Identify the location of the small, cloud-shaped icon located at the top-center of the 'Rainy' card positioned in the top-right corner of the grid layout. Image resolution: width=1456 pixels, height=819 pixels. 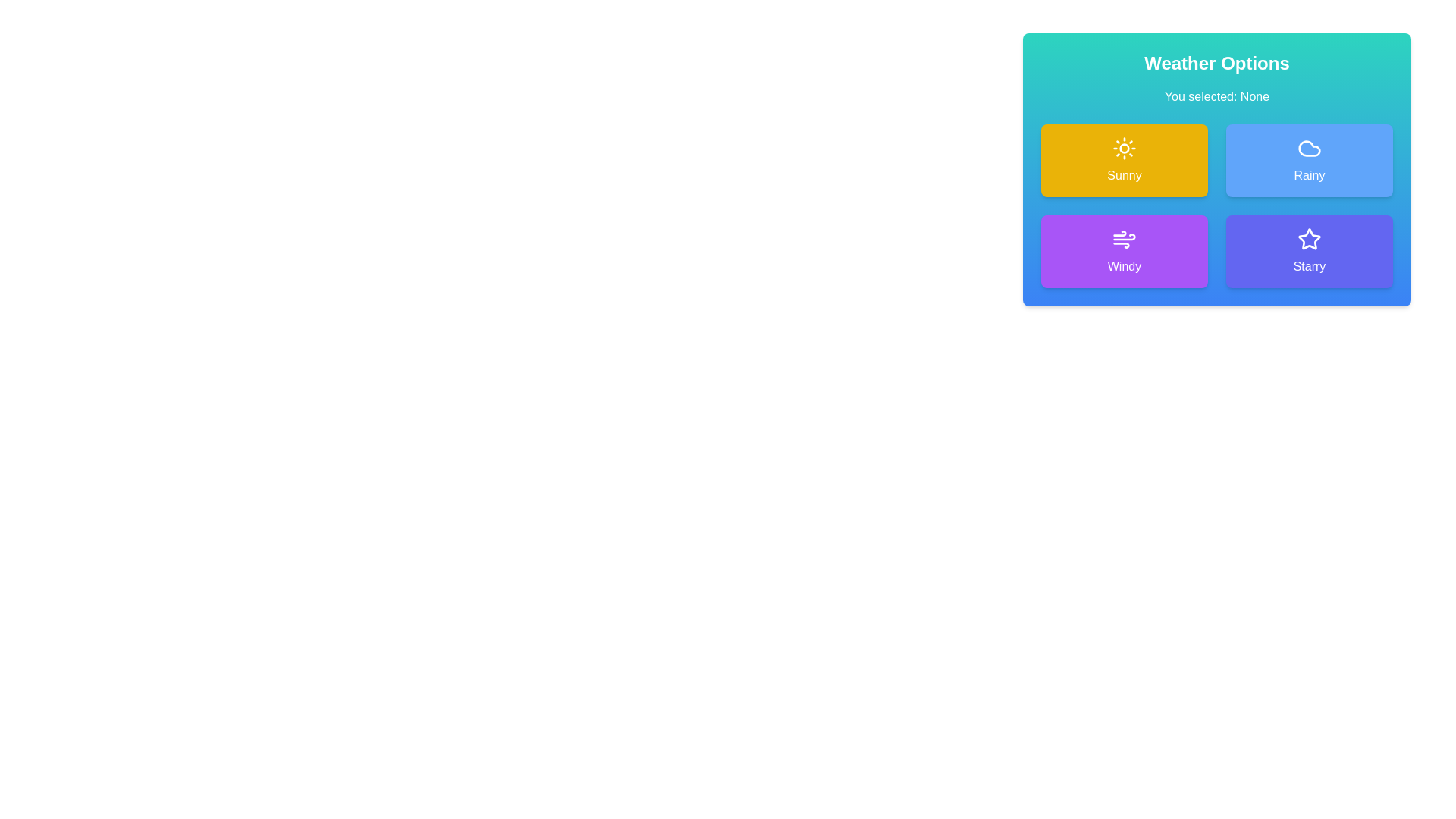
(1309, 149).